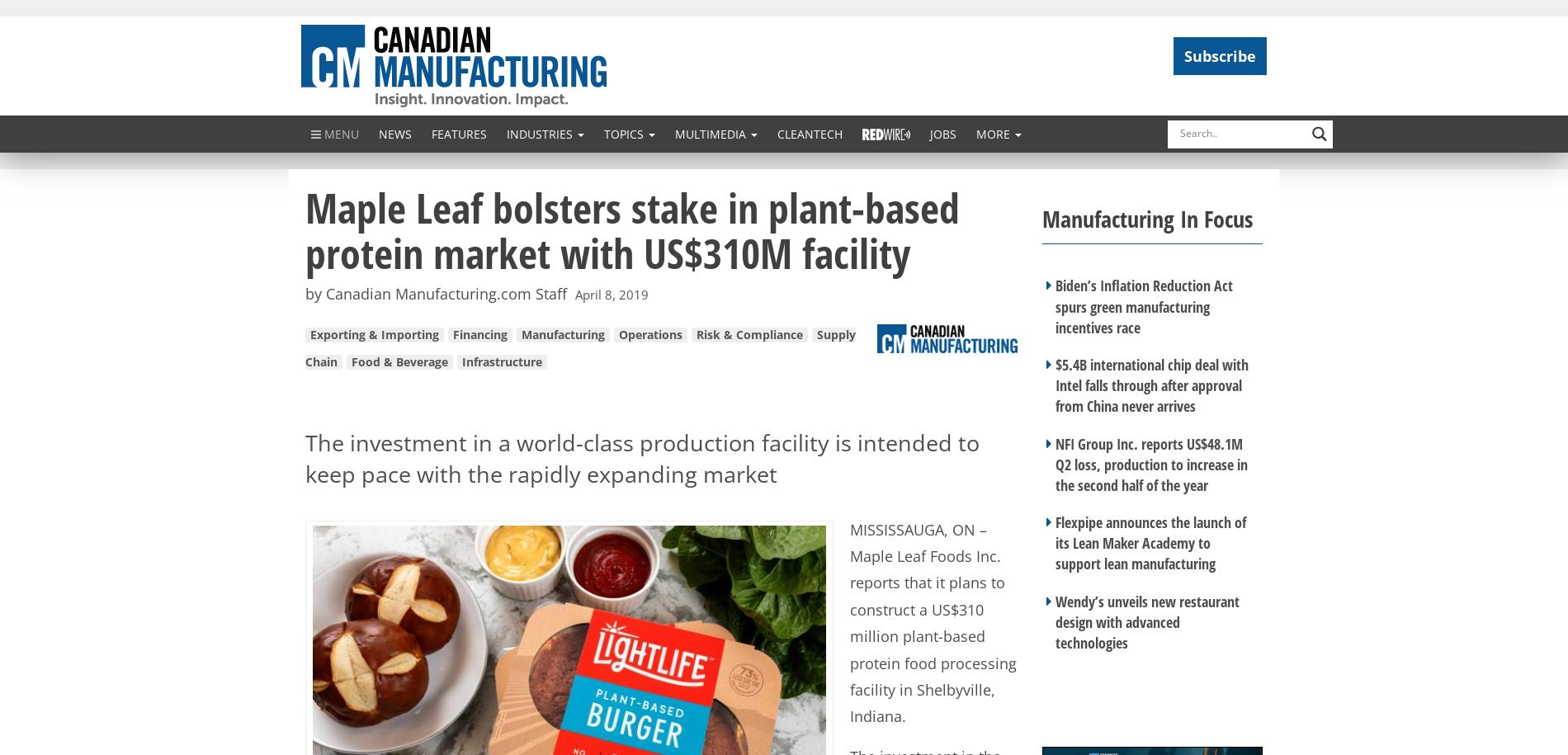 The height and width of the screenshot is (755, 1568). Describe the element at coordinates (563, 333) in the screenshot. I see `'Manufacturing'` at that location.